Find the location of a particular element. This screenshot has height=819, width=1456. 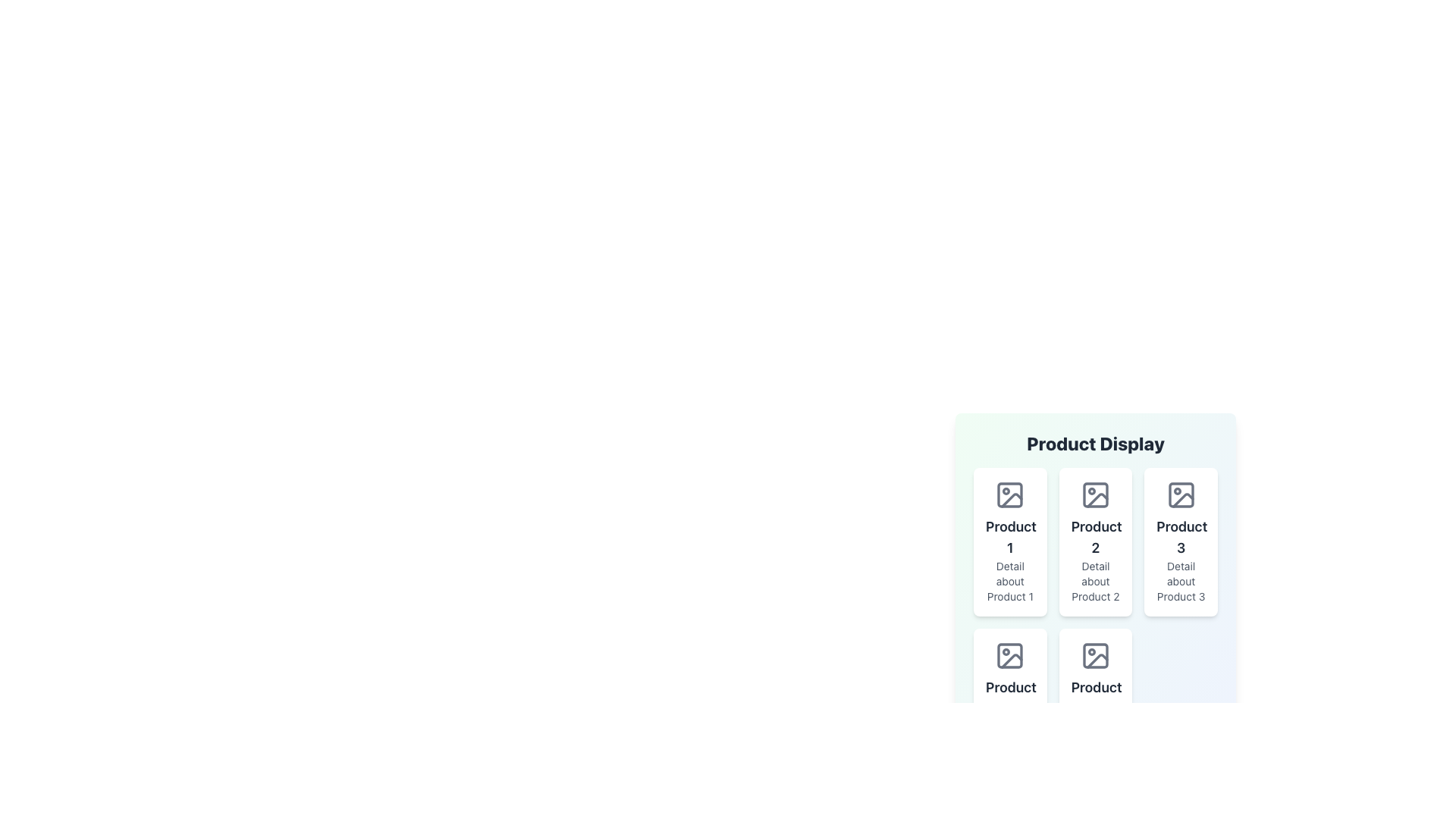

the product card titled 'Product 1', which features a white background, rounded corners, and contains the text 'Product 1' in bold and 'Detail about Product 1' below it is located at coordinates (1010, 541).